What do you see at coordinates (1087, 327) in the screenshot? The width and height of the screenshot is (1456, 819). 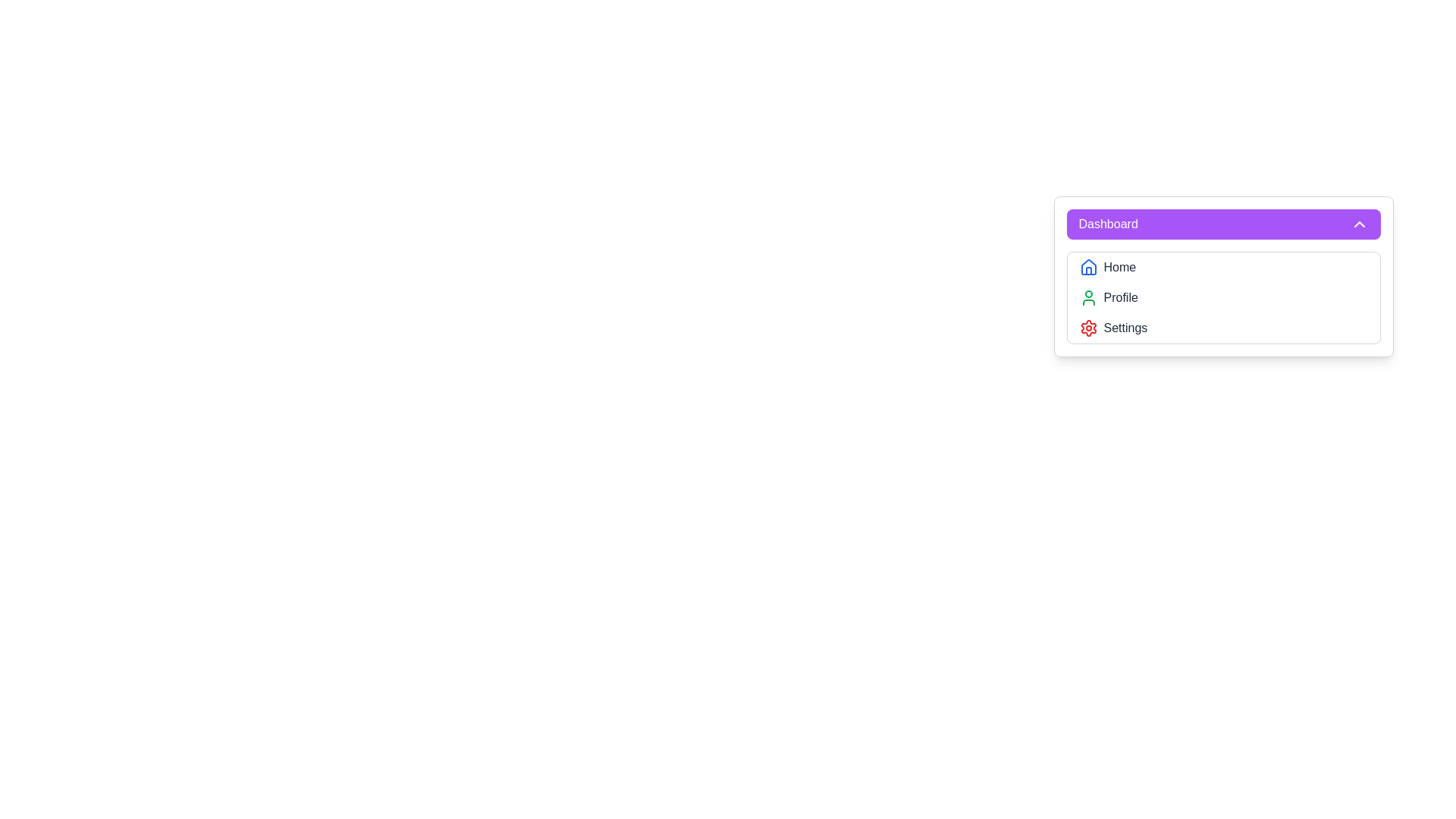 I see `the gear icon with a red color that is located next to the text 'Settings' in the dropdown menu` at bounding box center [1087, 327].